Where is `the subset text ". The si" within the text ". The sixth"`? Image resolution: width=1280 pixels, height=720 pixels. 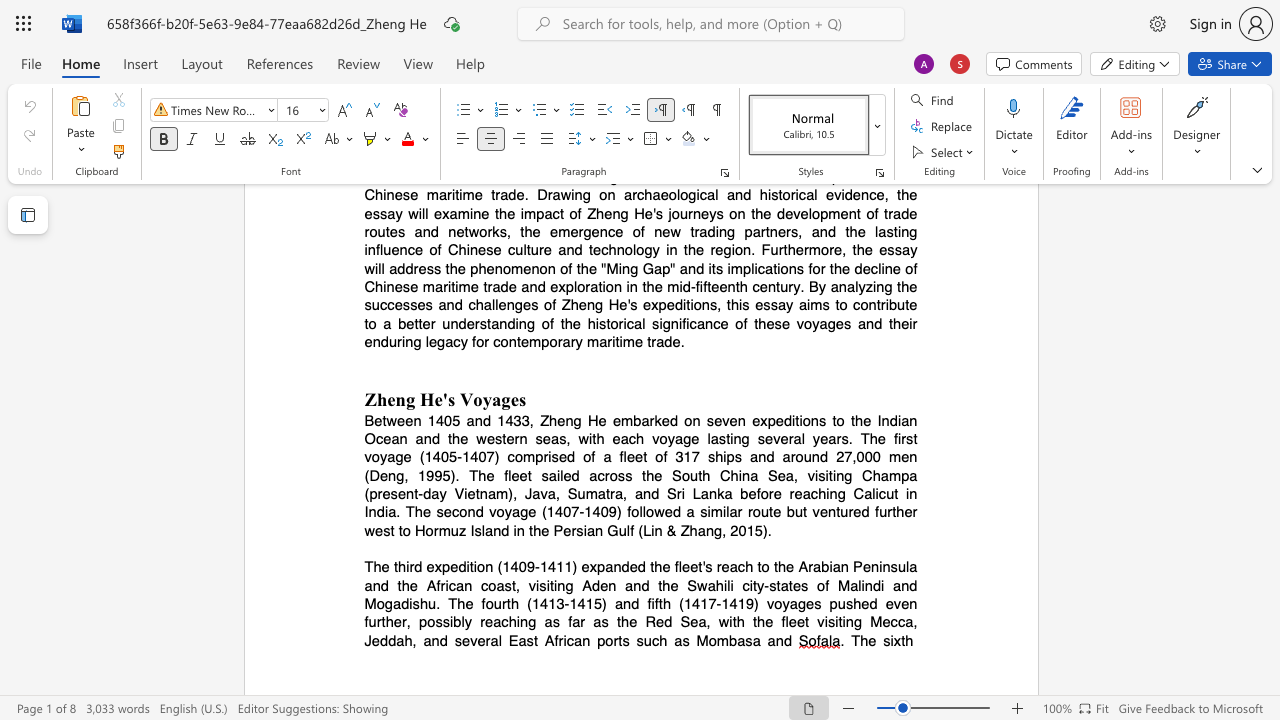
the subset text ". The si" within the text ". The sixth" is located at coordinates (840, 640).